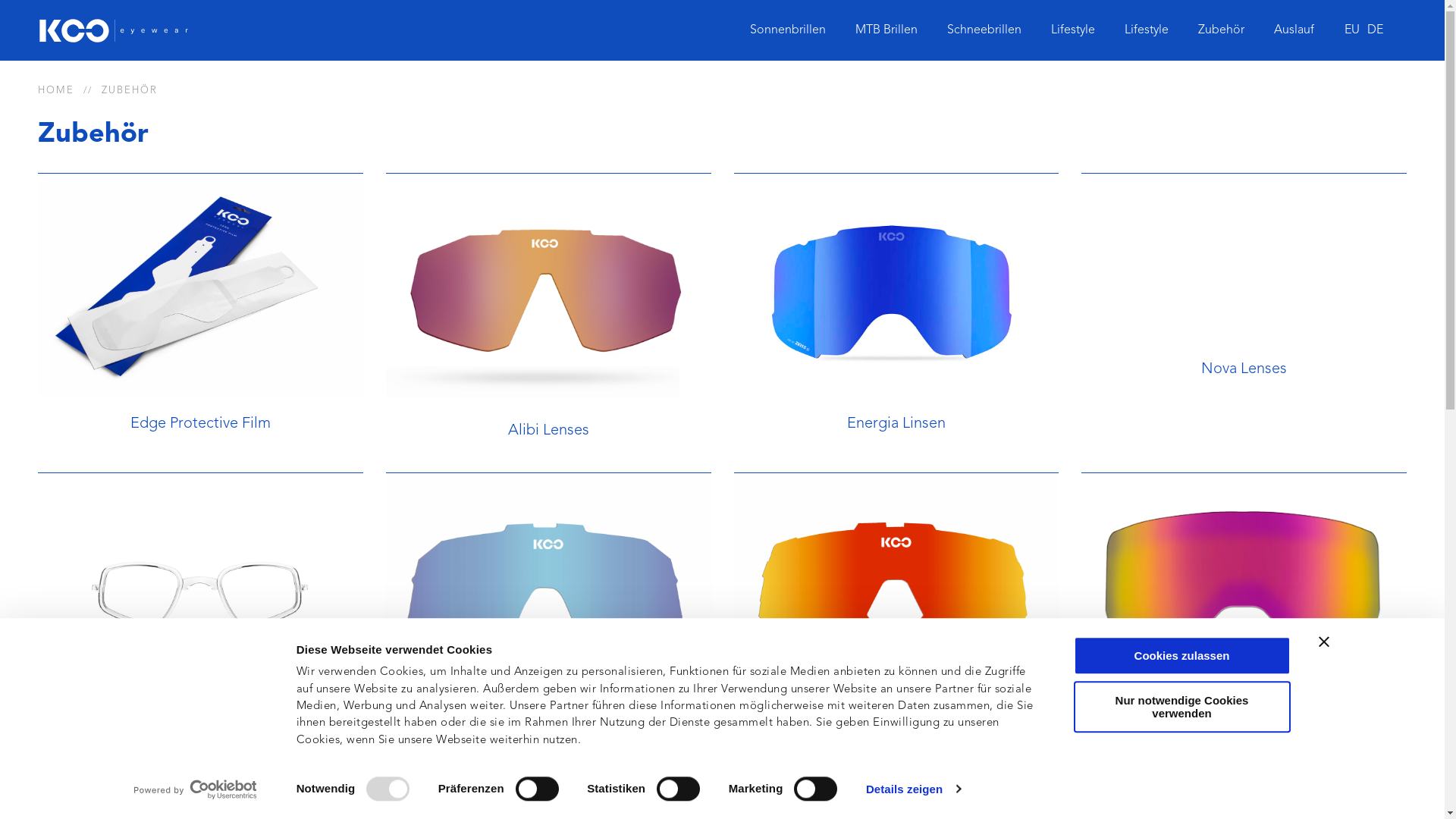  I want to click on 'HOME', so click(55, 90).